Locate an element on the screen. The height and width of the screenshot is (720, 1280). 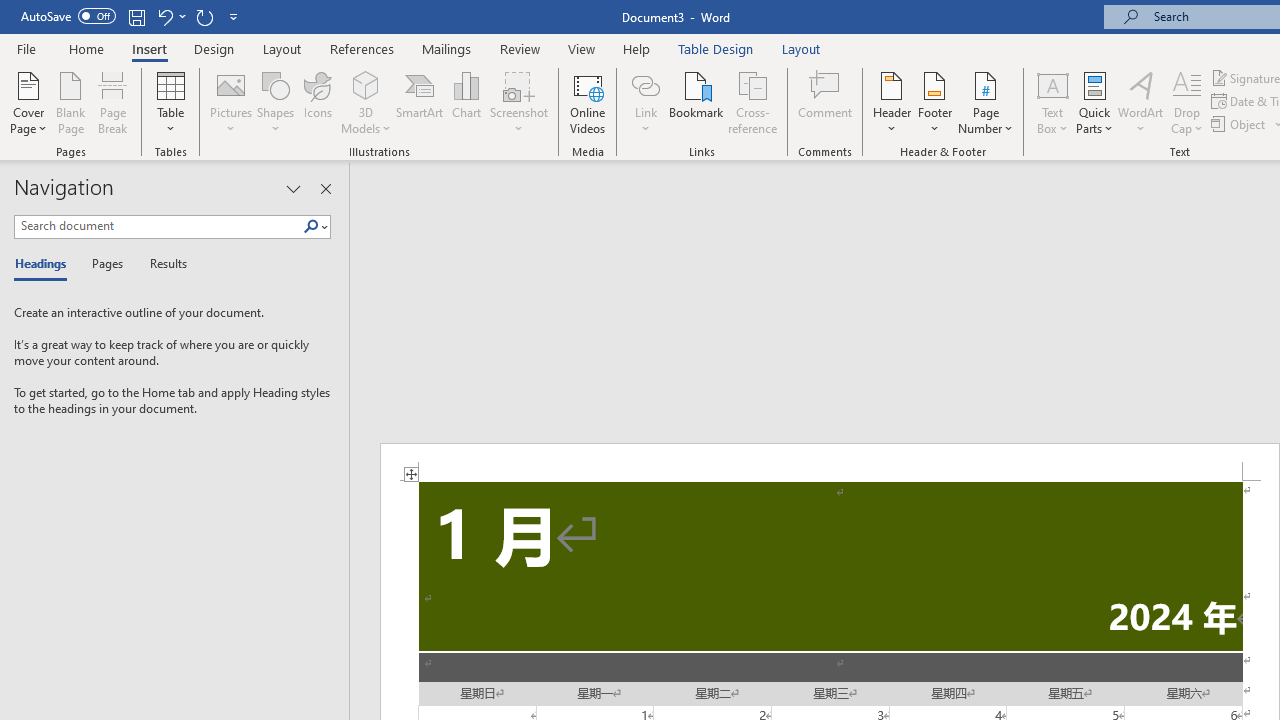
'Repeat Doc Close' is located at coordinates (204, 16).